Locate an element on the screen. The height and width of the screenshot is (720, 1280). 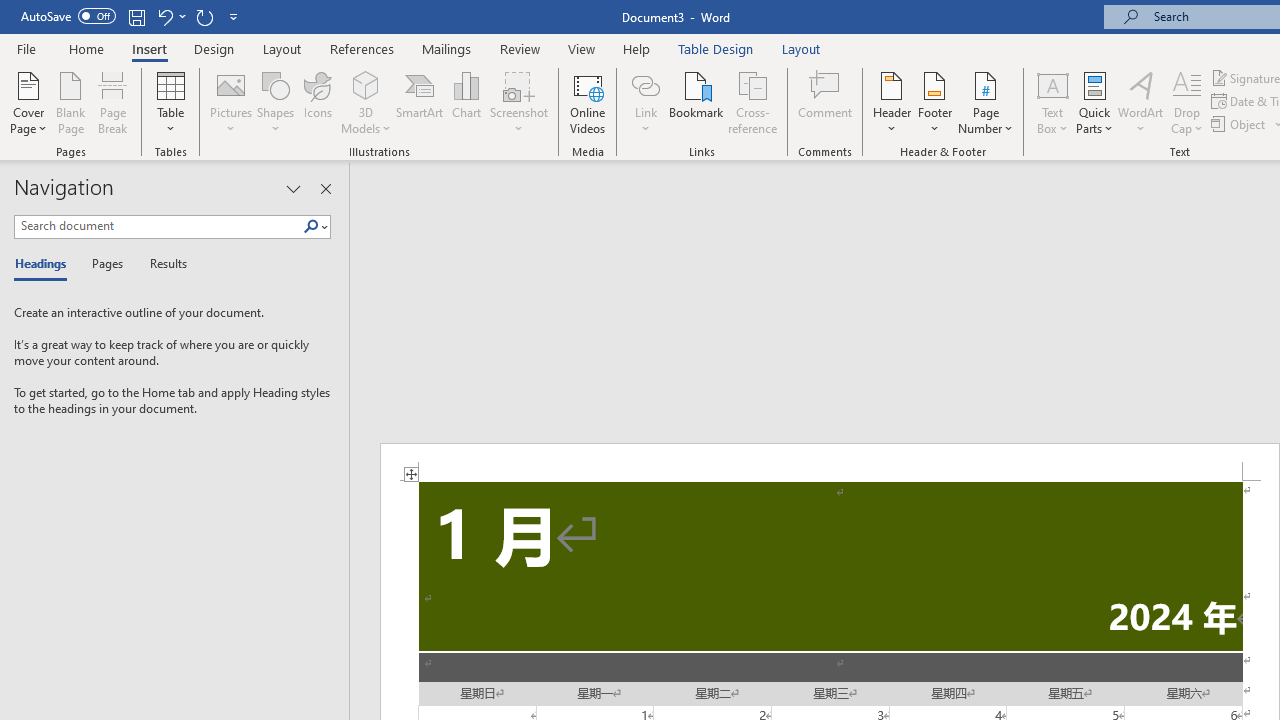
'Repeat Doc Close' is located at coordinates (204, 16).